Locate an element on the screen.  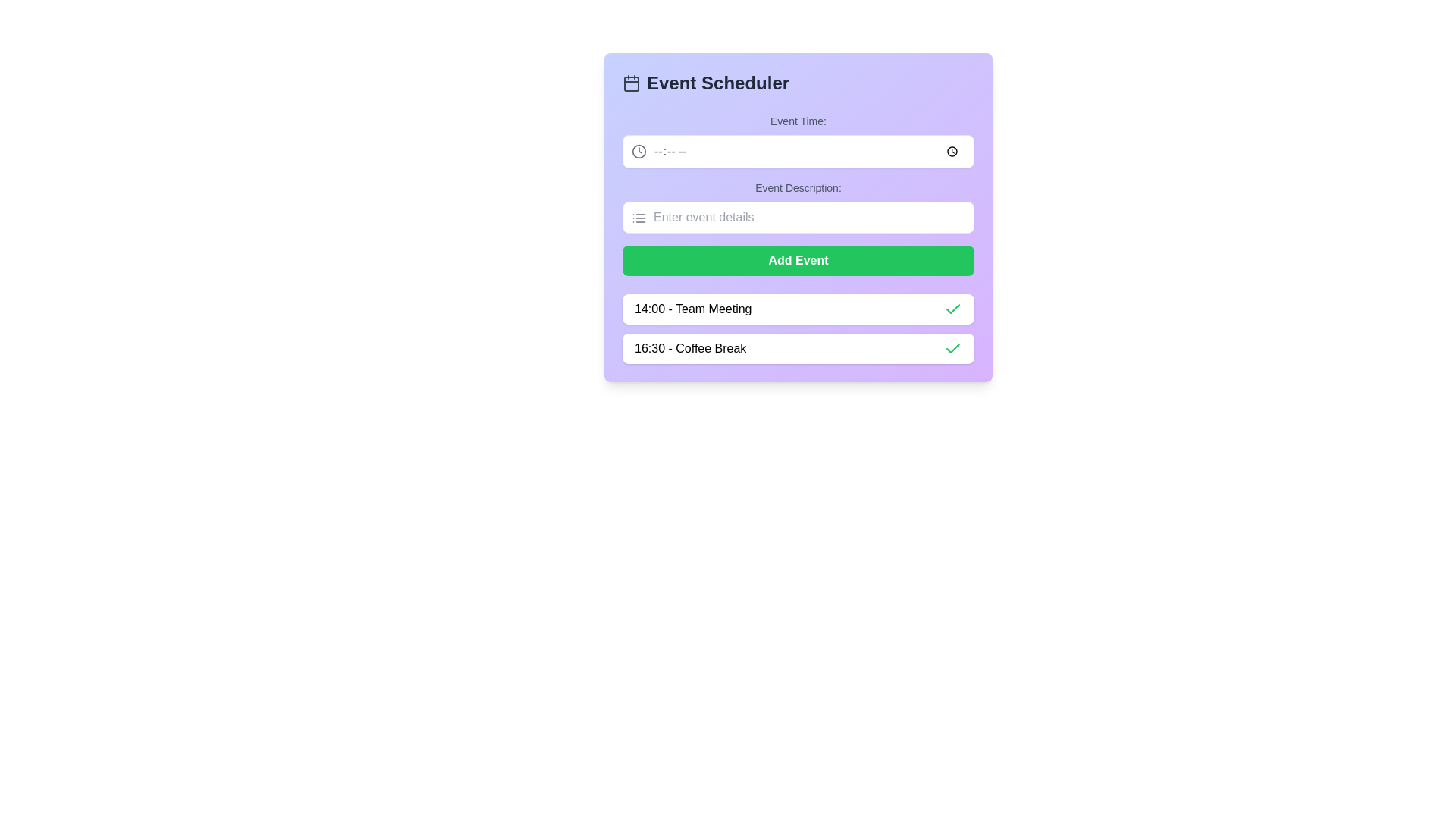
the checkmark icon is located at coordinates (952, 348).